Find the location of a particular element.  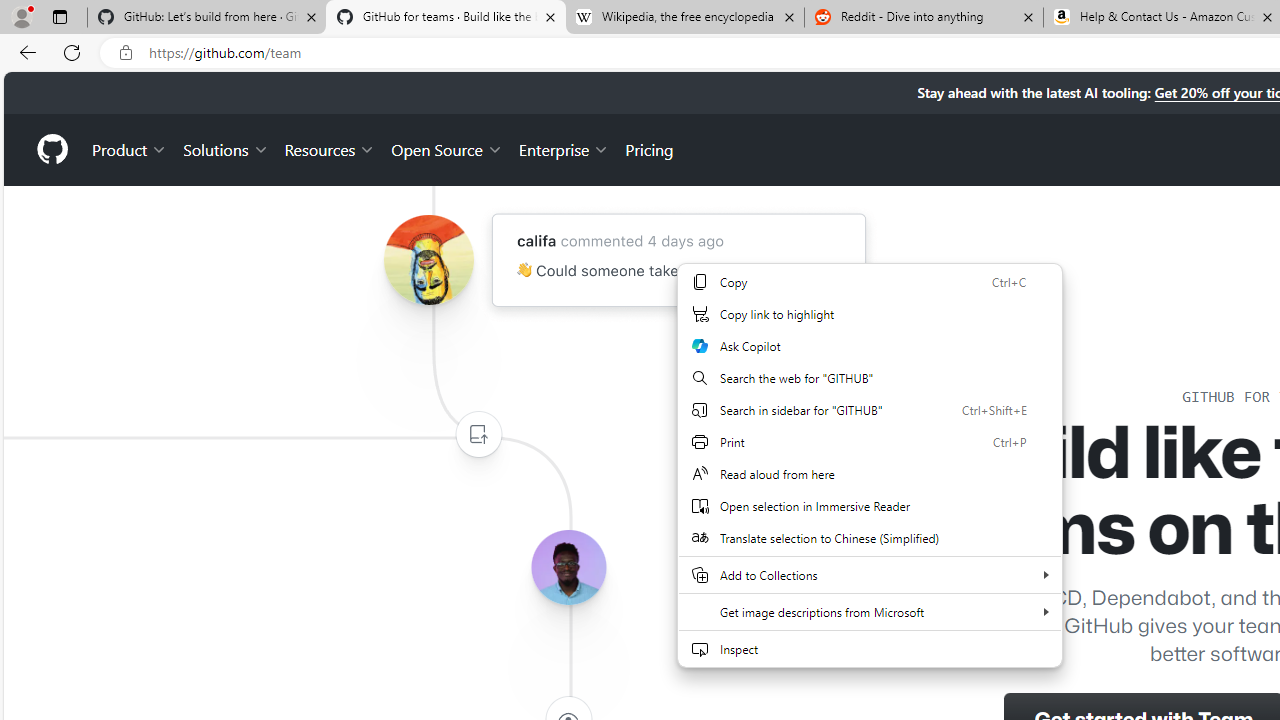

'Inspect' is located at coordinates (870, 649).